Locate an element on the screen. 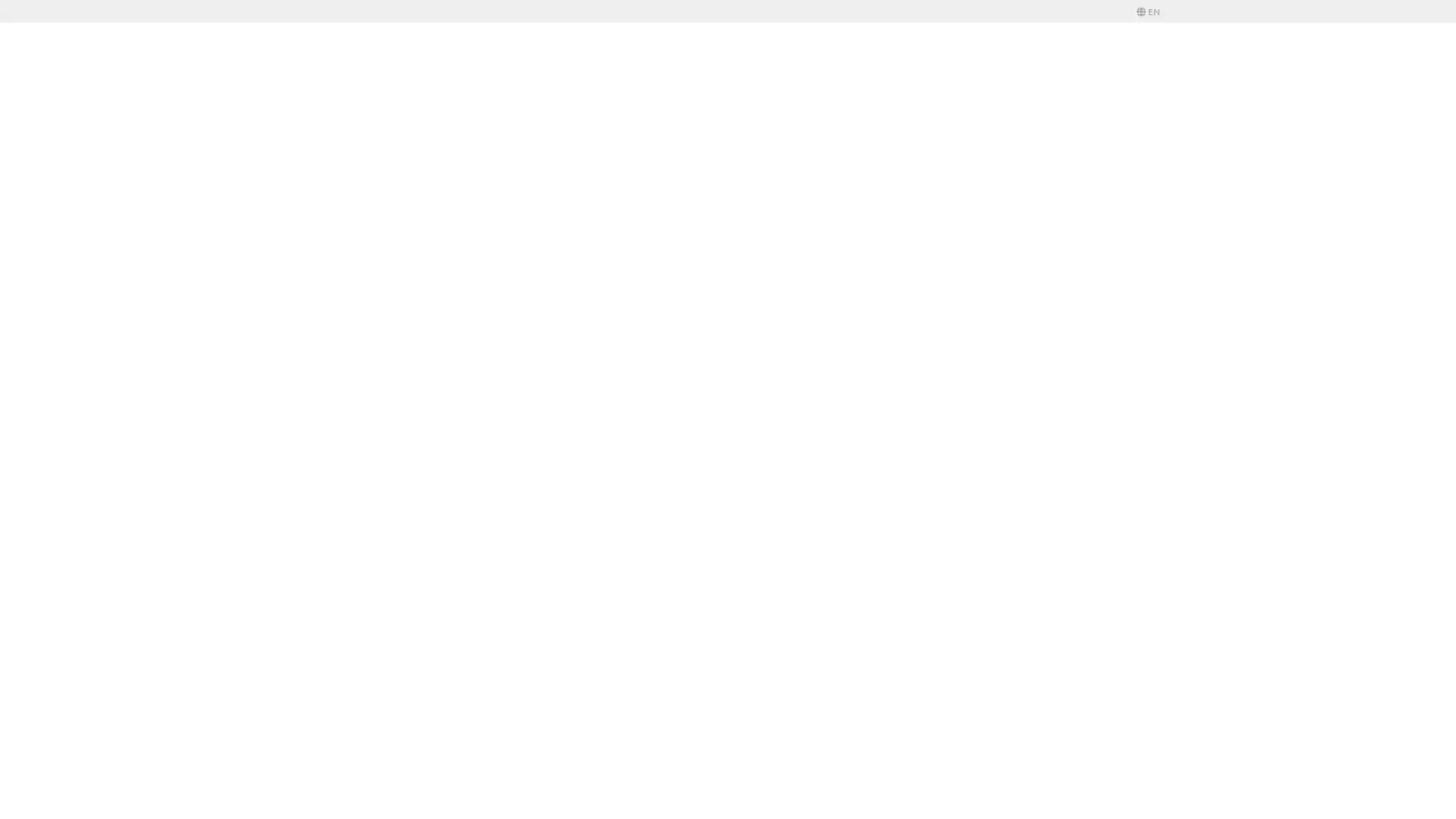 The width and height of the screenshot is (1456, 819). Login is located at coordinates (993, 184).